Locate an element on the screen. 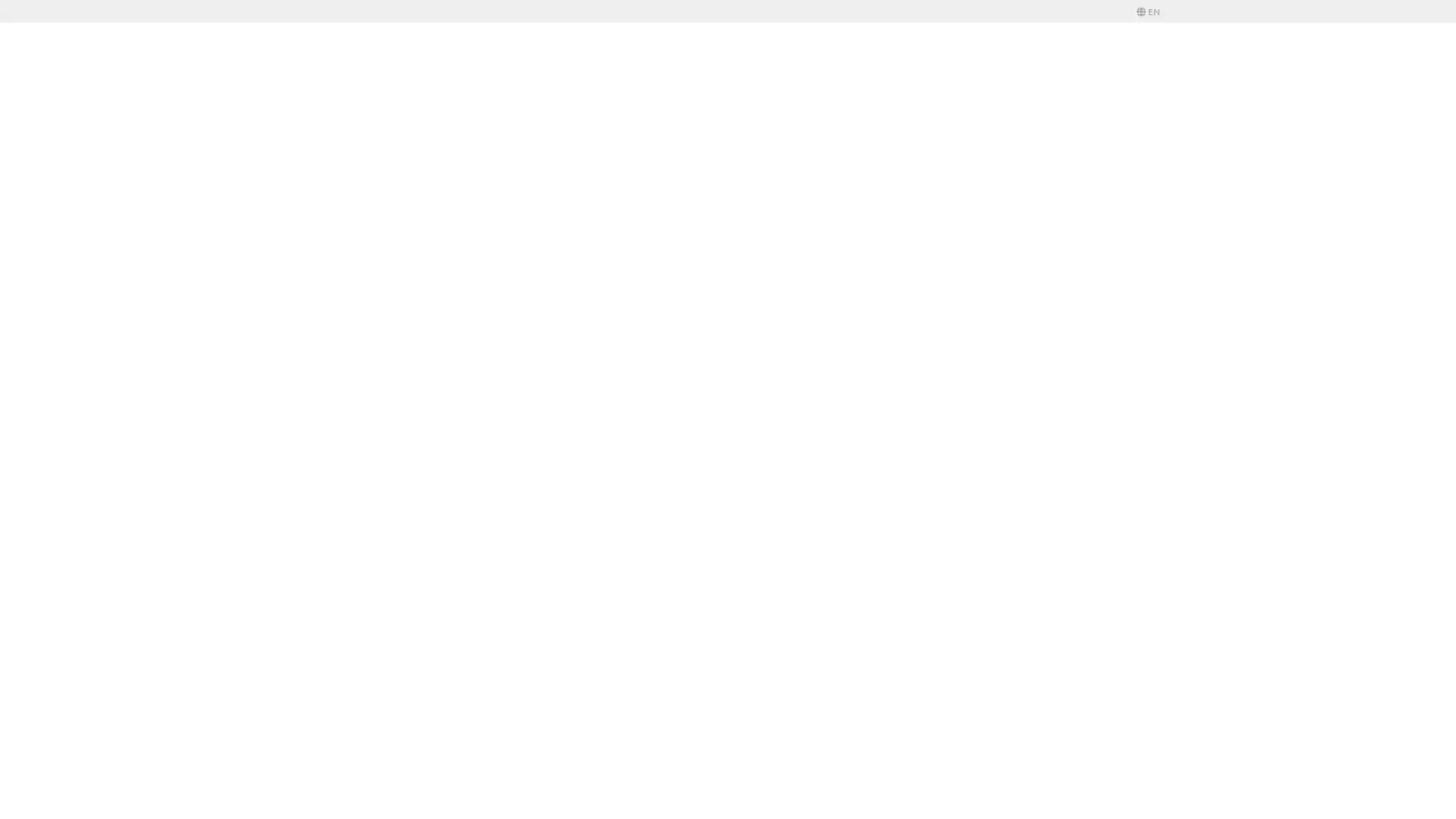 The width and height of the screenshot is (1456, 819). Login is located at coordinates (993, 184).